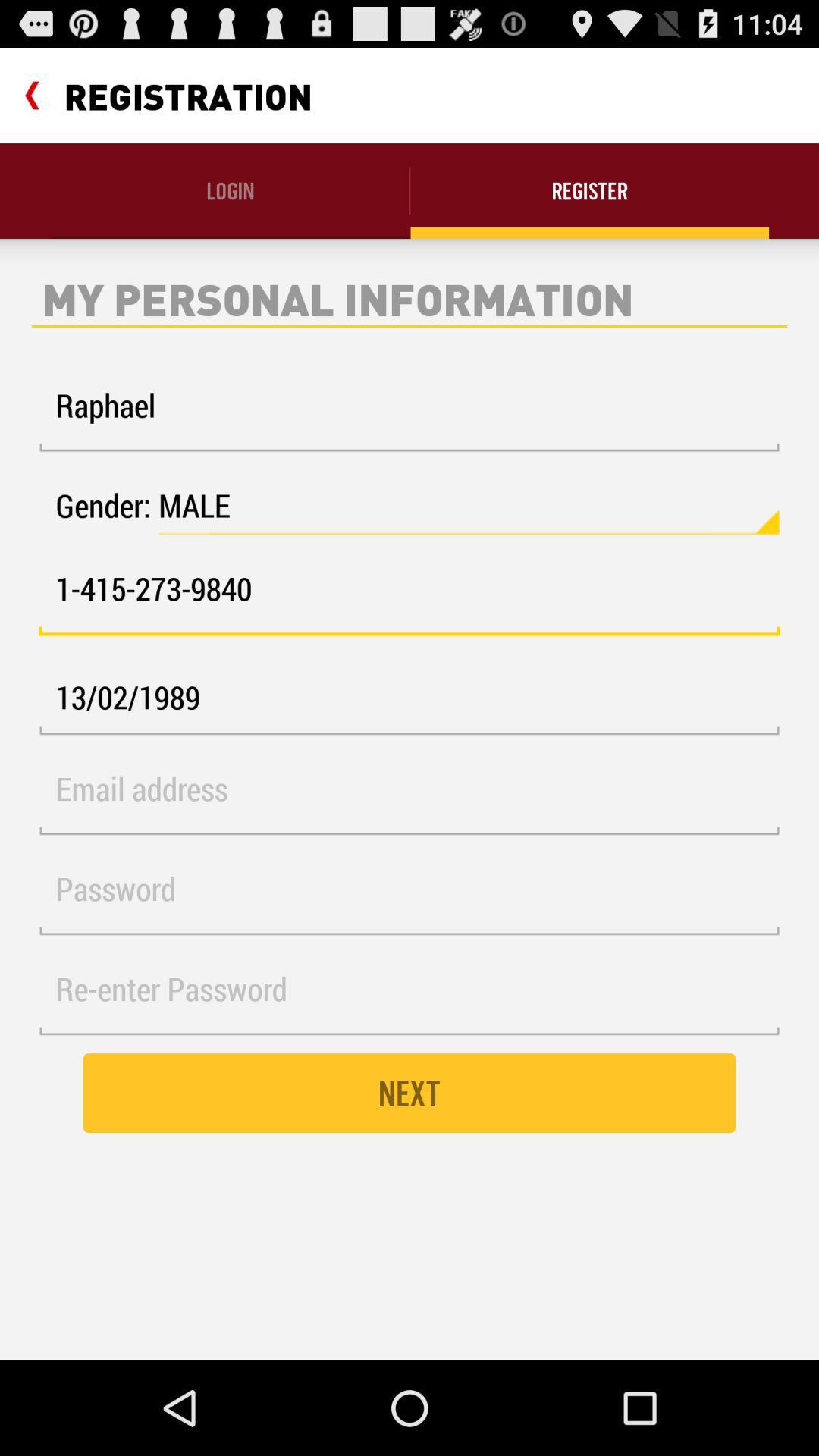 Image resolution: width=819 pixels, height=1456 pixels. What do you see at coordinates (409, 597) in the screenshot?
I see `the icon above the 13/02/1989 item` at bounding box center [409, 597].